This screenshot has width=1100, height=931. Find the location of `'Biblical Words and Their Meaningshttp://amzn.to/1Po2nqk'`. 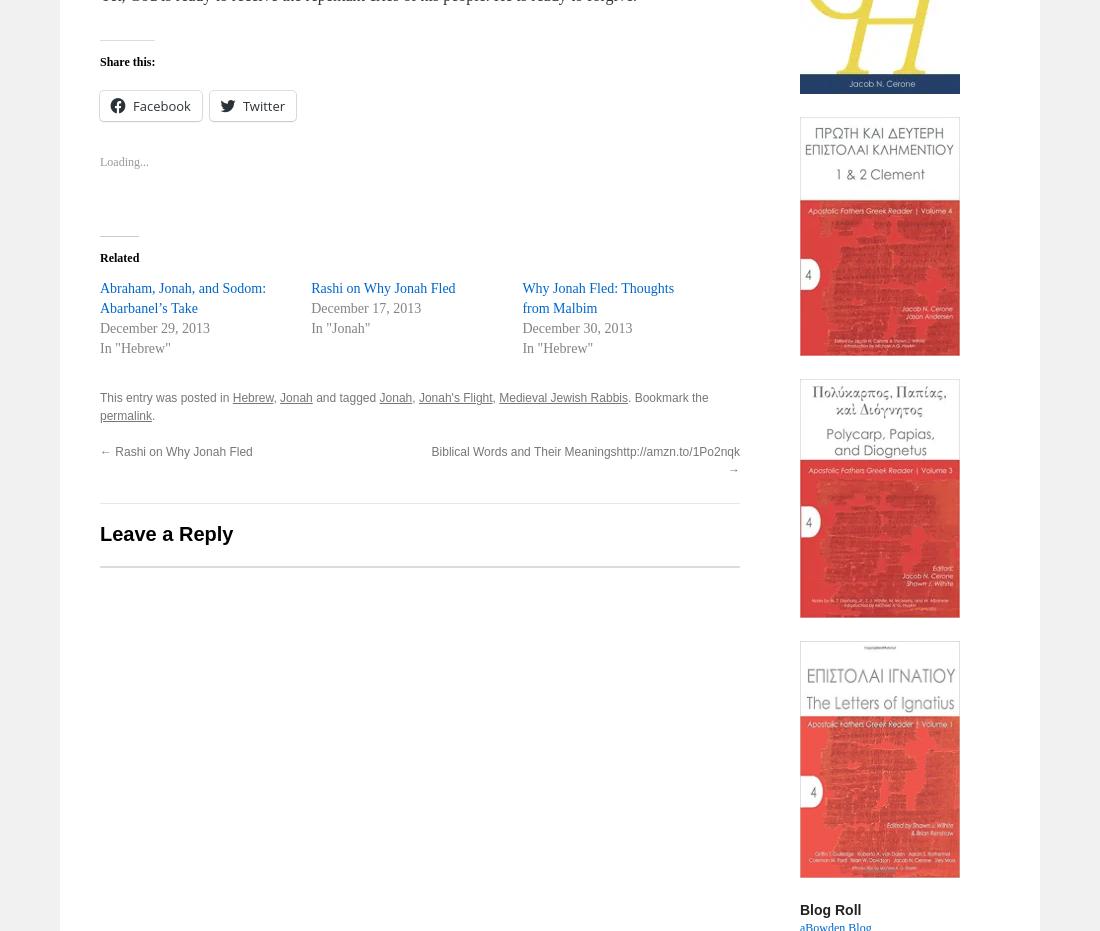

'Biblical Words and Their Meaningshttp://amzn.to/1Po2nqk' is located at coordinates (584, 451).